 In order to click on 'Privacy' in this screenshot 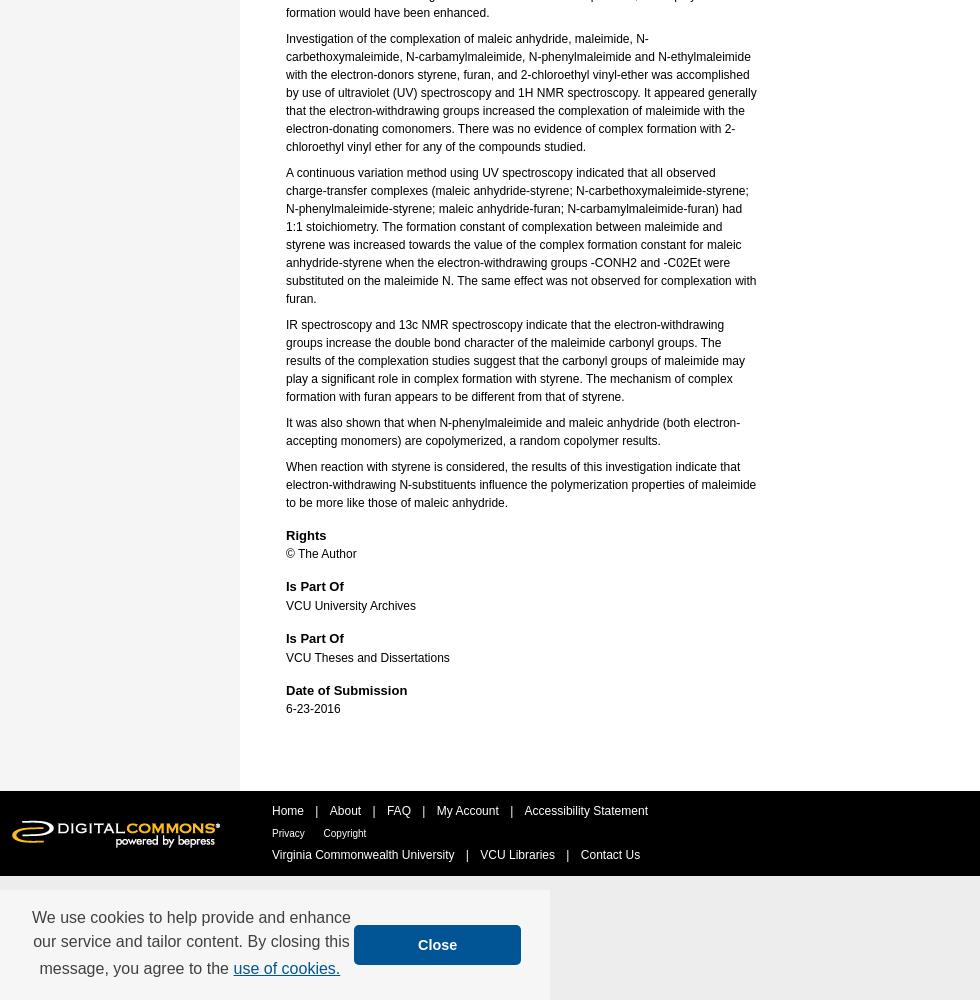, I will do `click(289, 832)`.